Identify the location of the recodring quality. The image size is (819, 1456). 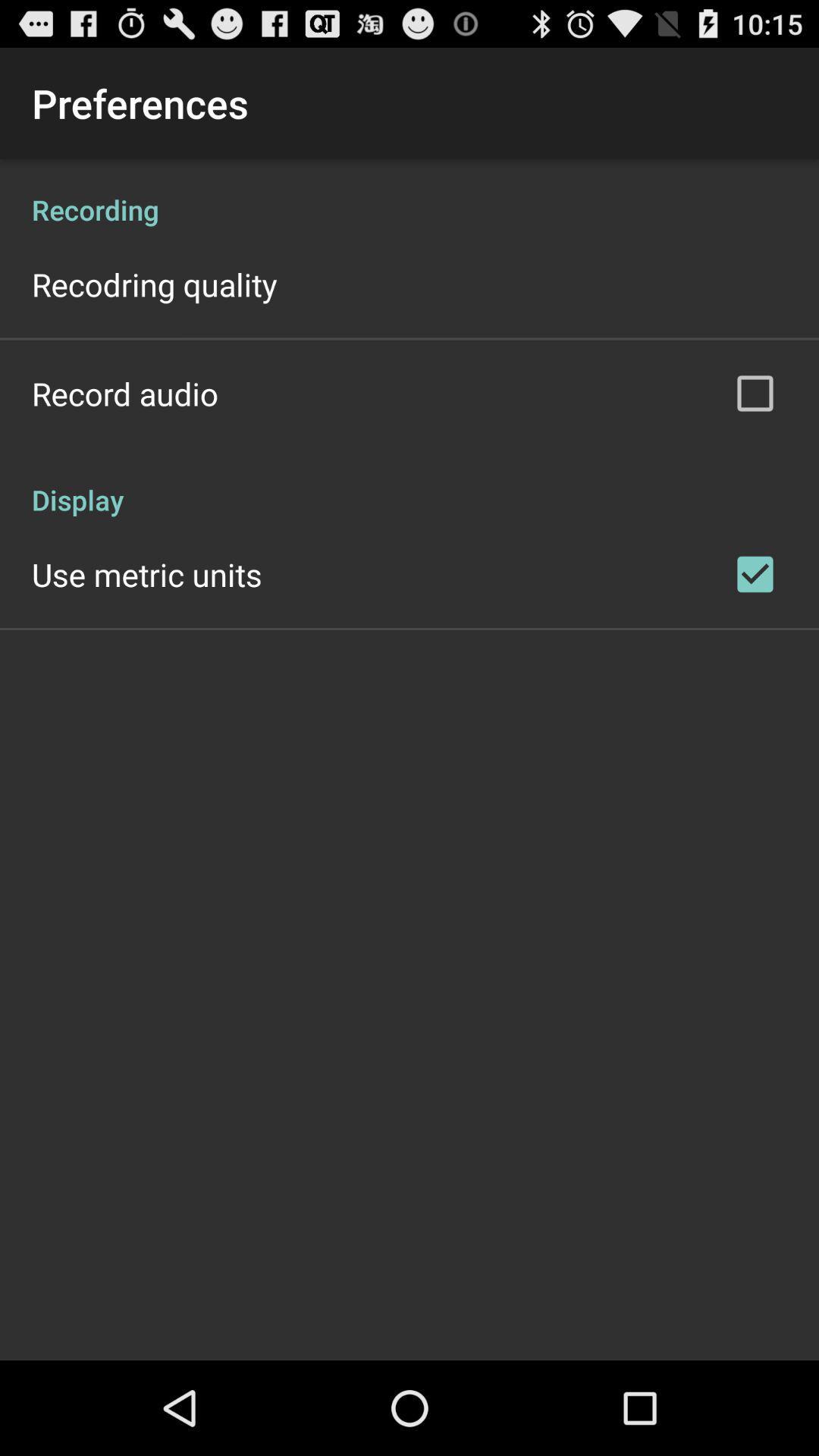
(155, 284).